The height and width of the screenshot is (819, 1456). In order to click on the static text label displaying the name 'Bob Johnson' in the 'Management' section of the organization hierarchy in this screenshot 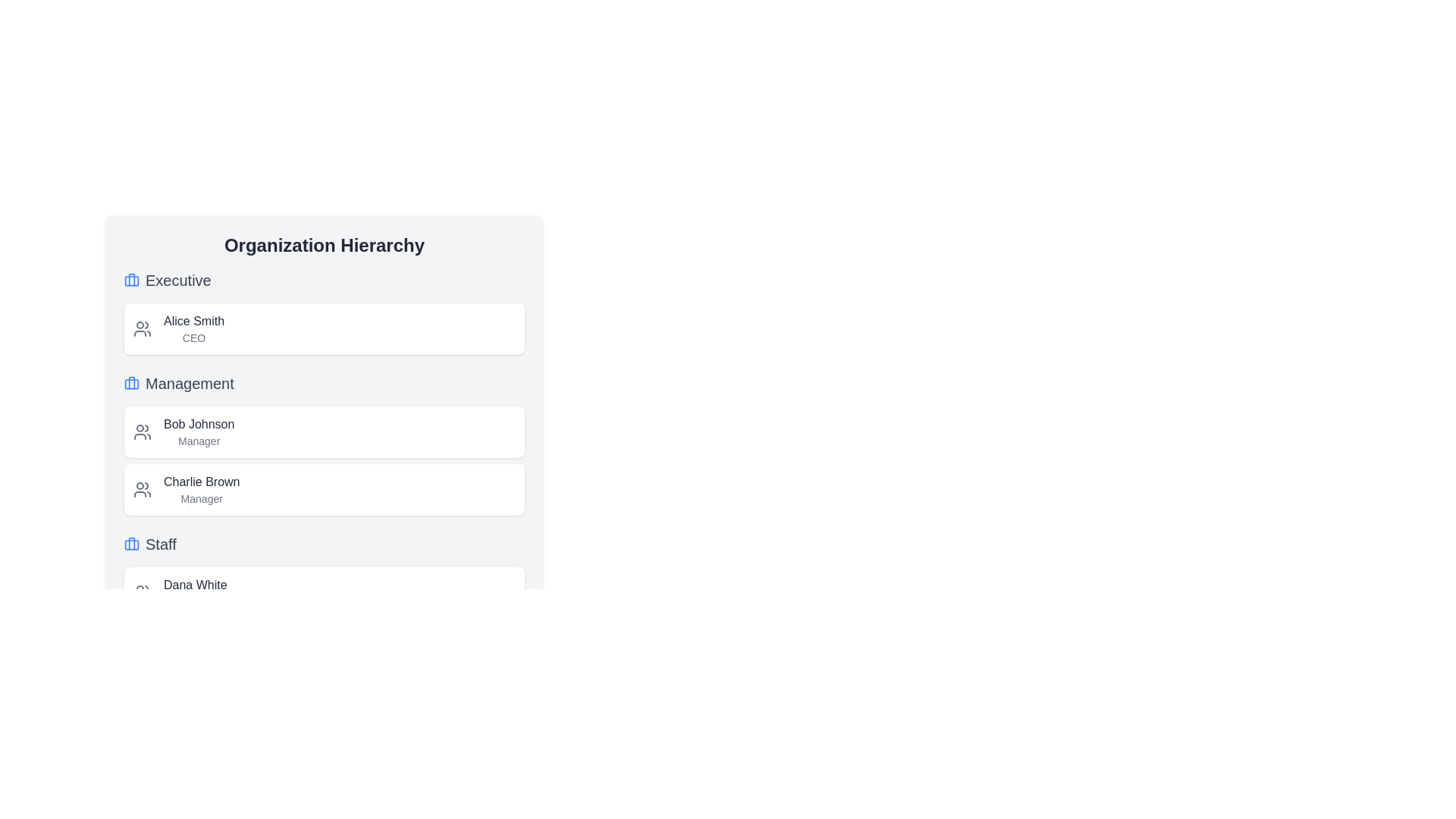, I will do `click(198, 424)`.